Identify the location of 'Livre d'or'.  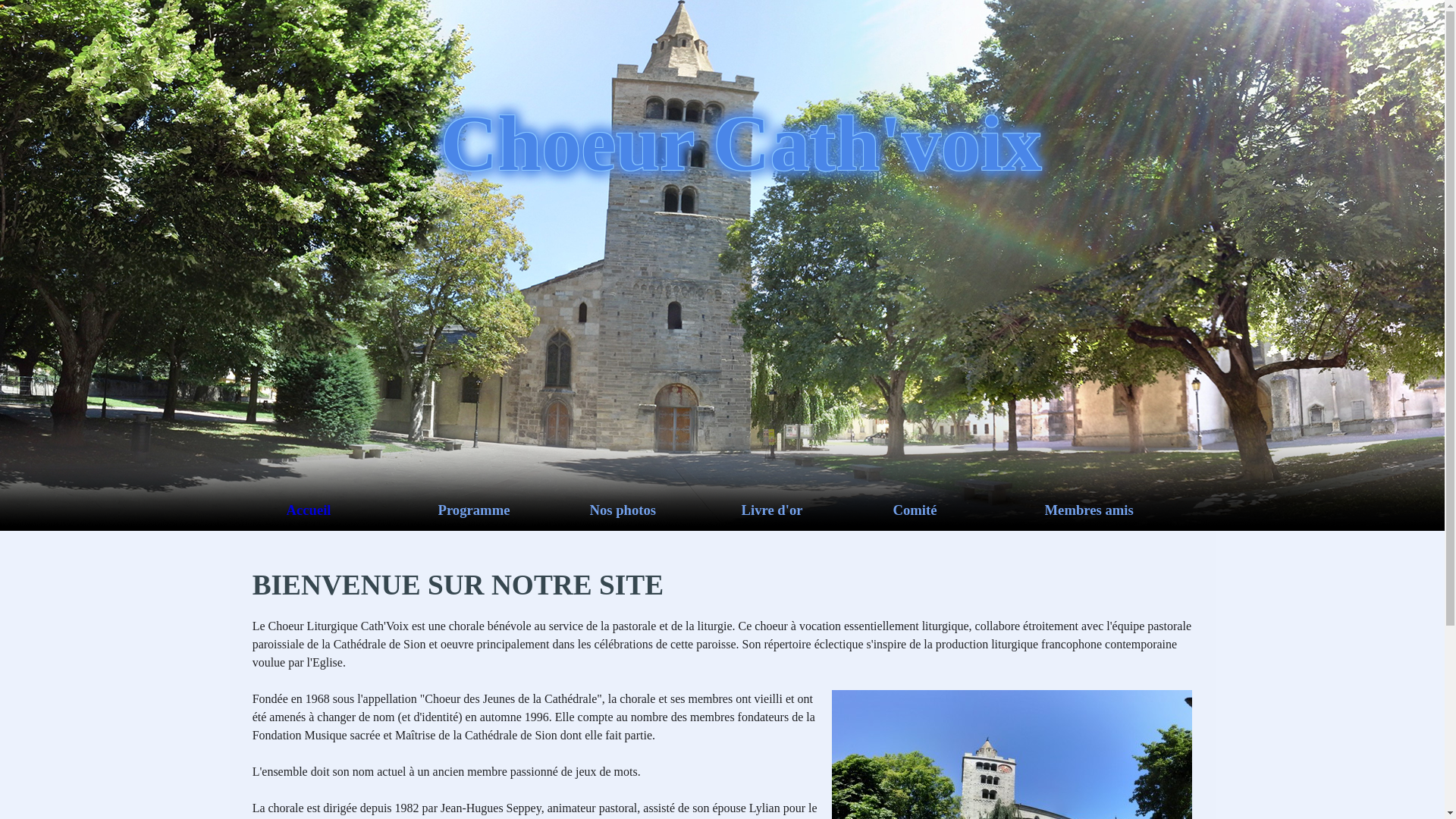
(817, 510).